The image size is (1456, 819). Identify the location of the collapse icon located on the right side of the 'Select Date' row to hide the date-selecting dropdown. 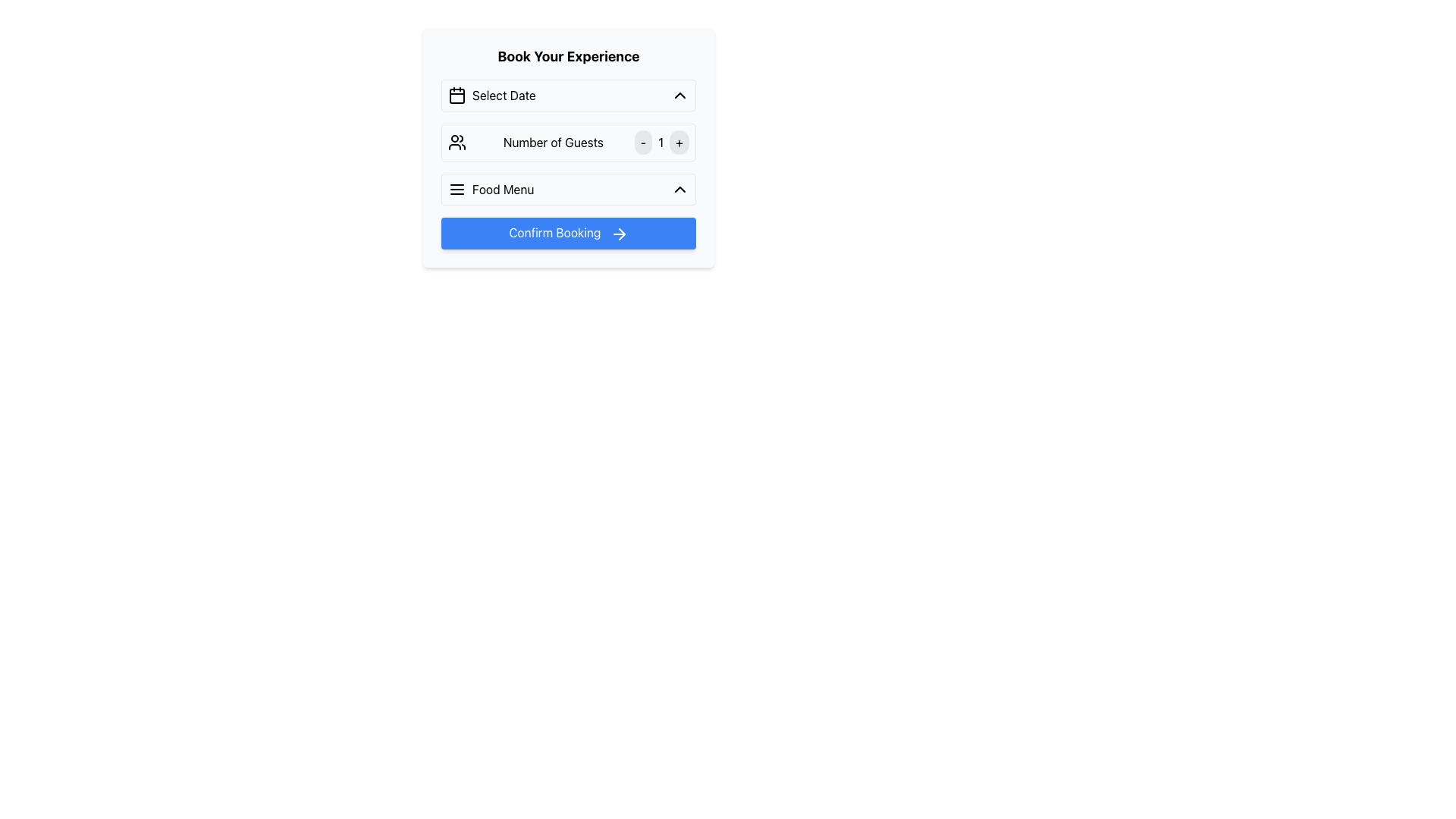
(679, 96).